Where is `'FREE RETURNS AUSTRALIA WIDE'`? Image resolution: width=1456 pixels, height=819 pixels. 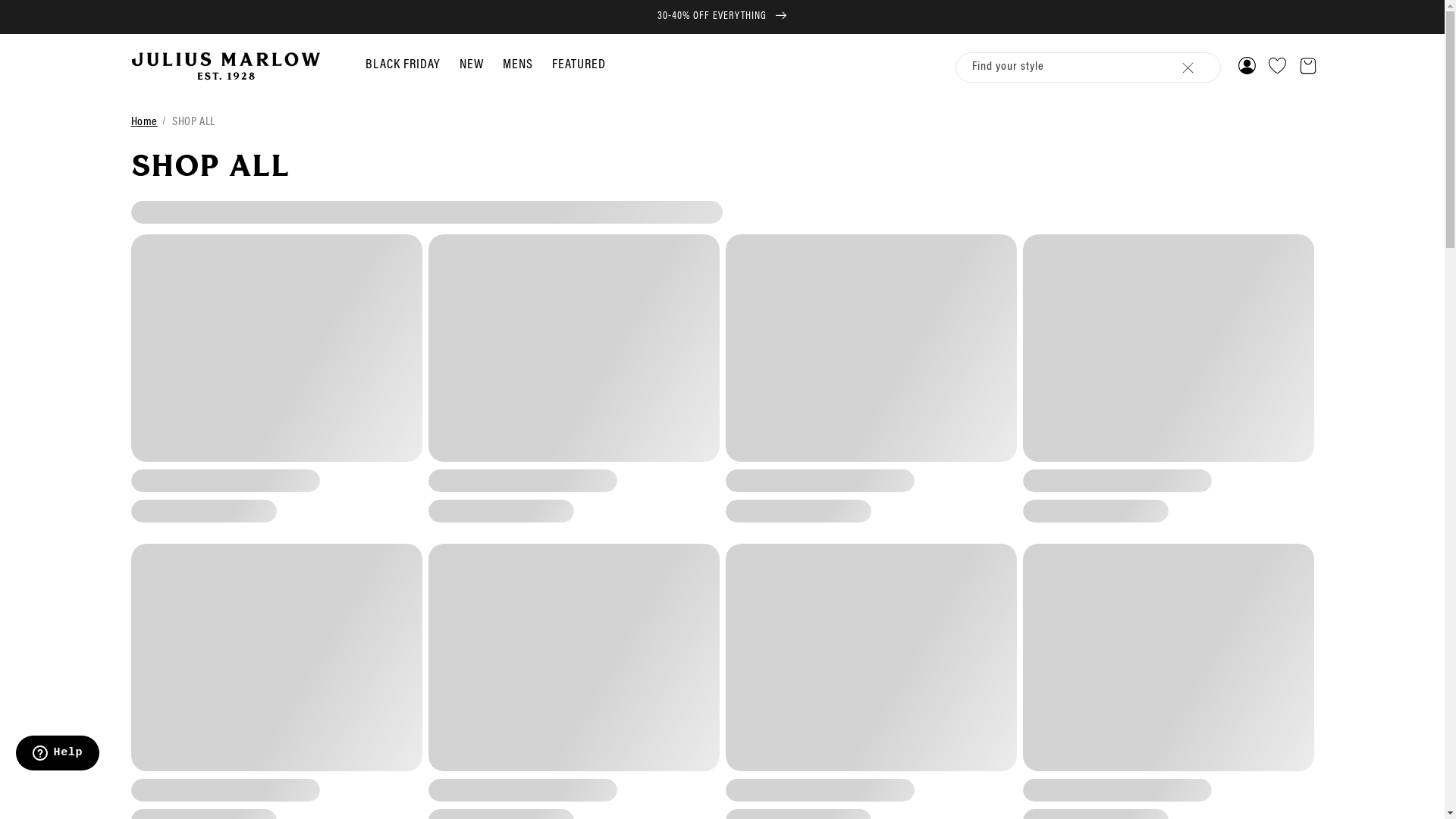
'FREE RETURNS AUSTRALIA WIDE' is located at coordinates (721, 17).